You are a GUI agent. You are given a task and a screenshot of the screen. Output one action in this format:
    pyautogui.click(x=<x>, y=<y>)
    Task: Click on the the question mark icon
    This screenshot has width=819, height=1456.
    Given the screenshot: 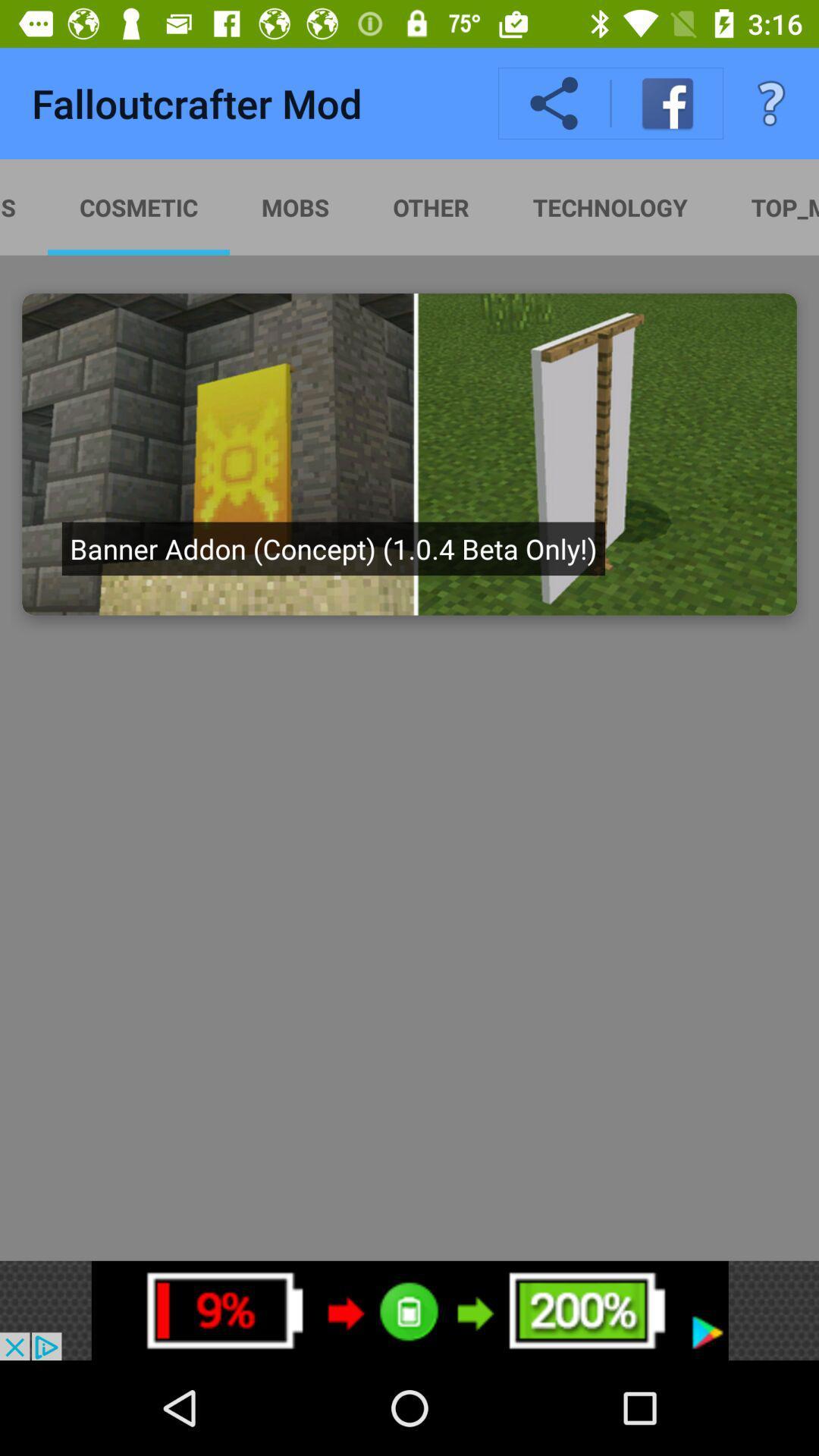 What is the action you would take?
    pyautogui.click(x=771, y=103)
    